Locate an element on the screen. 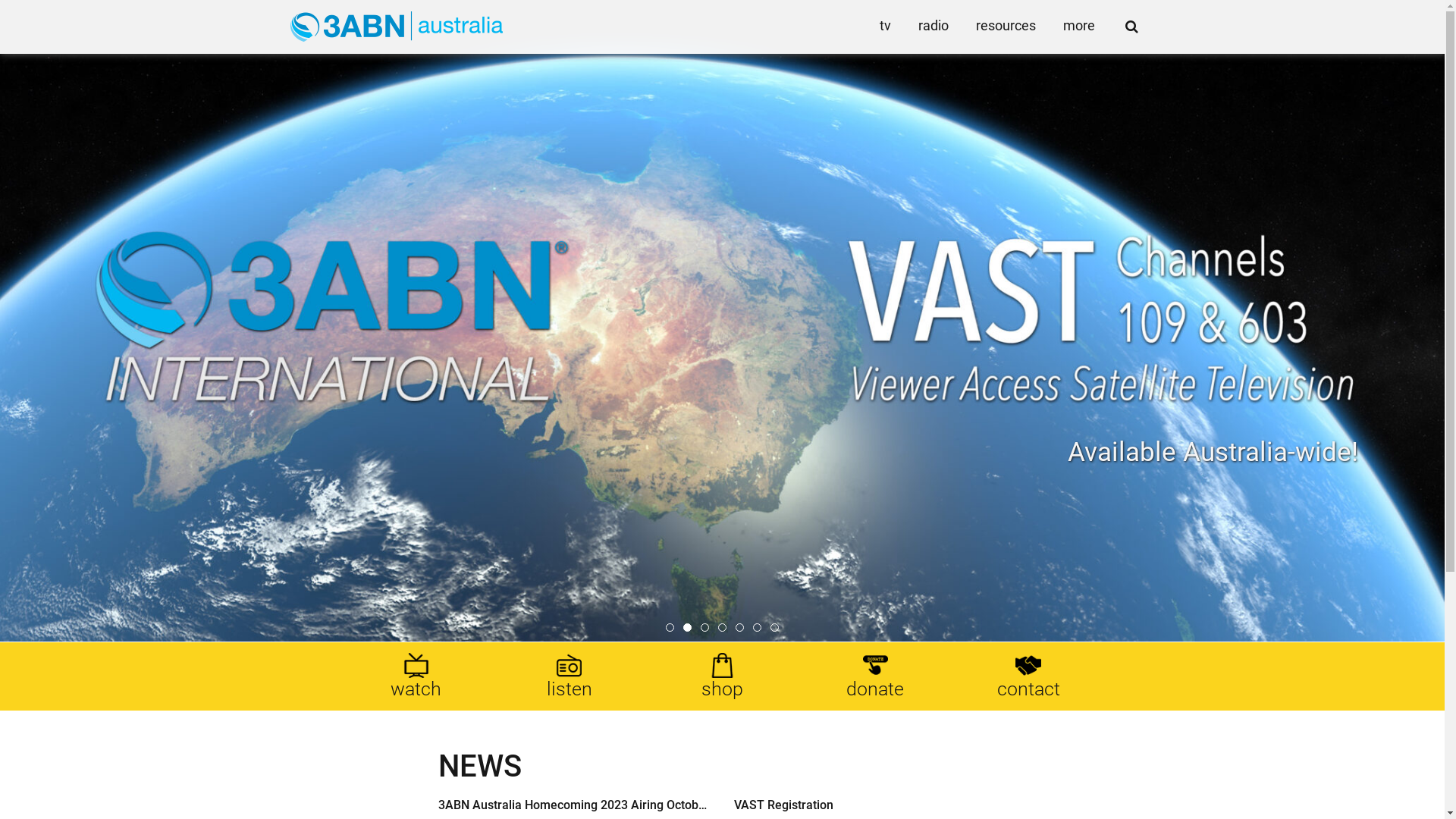 This screenshot has height=819, width=1456. '5' is located at coordinates (739, 627).